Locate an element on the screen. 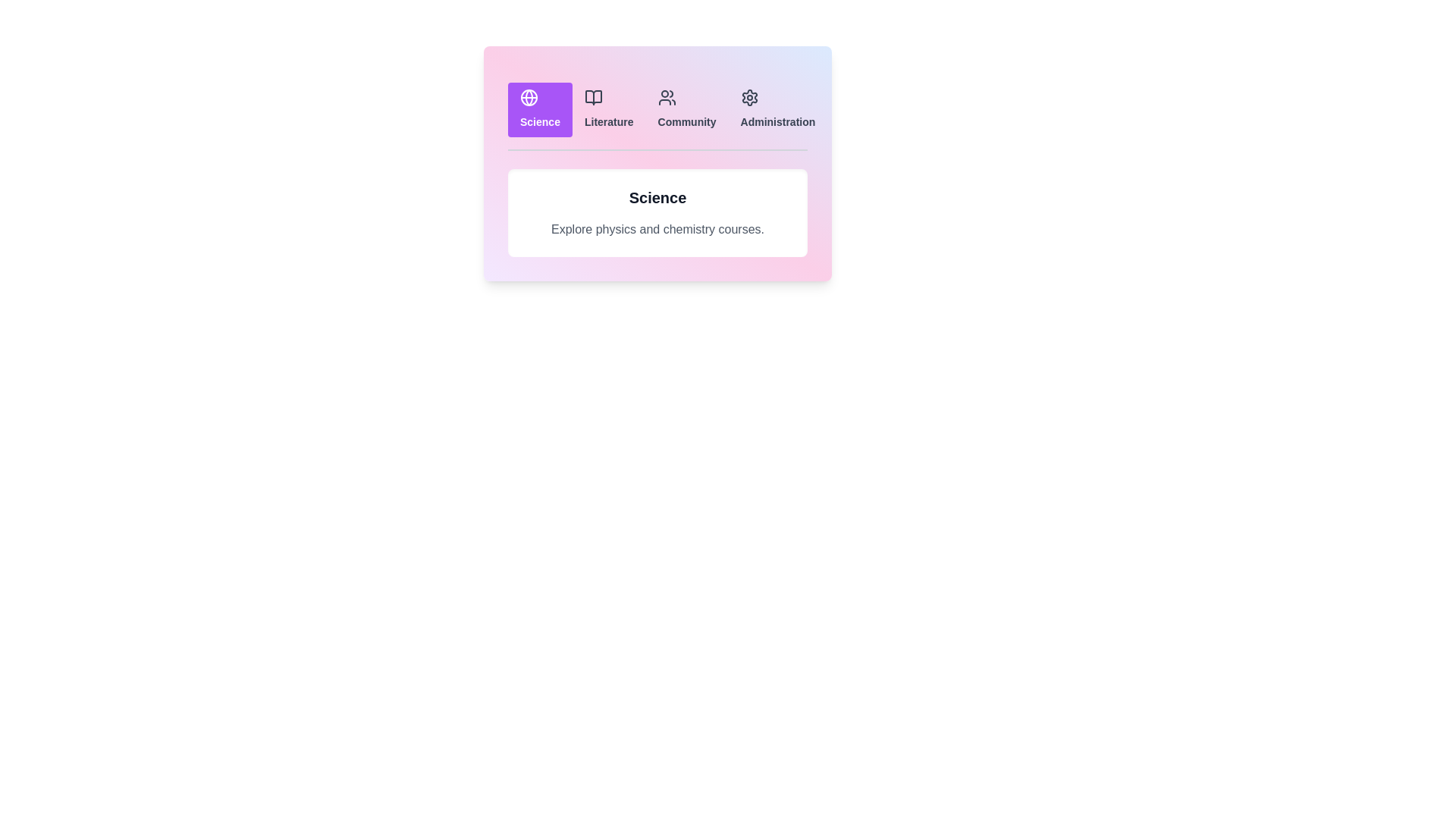 The height and width of the screenshot is (819, 1456). the icon for the Administration tab is located at coordinates (749, 97).